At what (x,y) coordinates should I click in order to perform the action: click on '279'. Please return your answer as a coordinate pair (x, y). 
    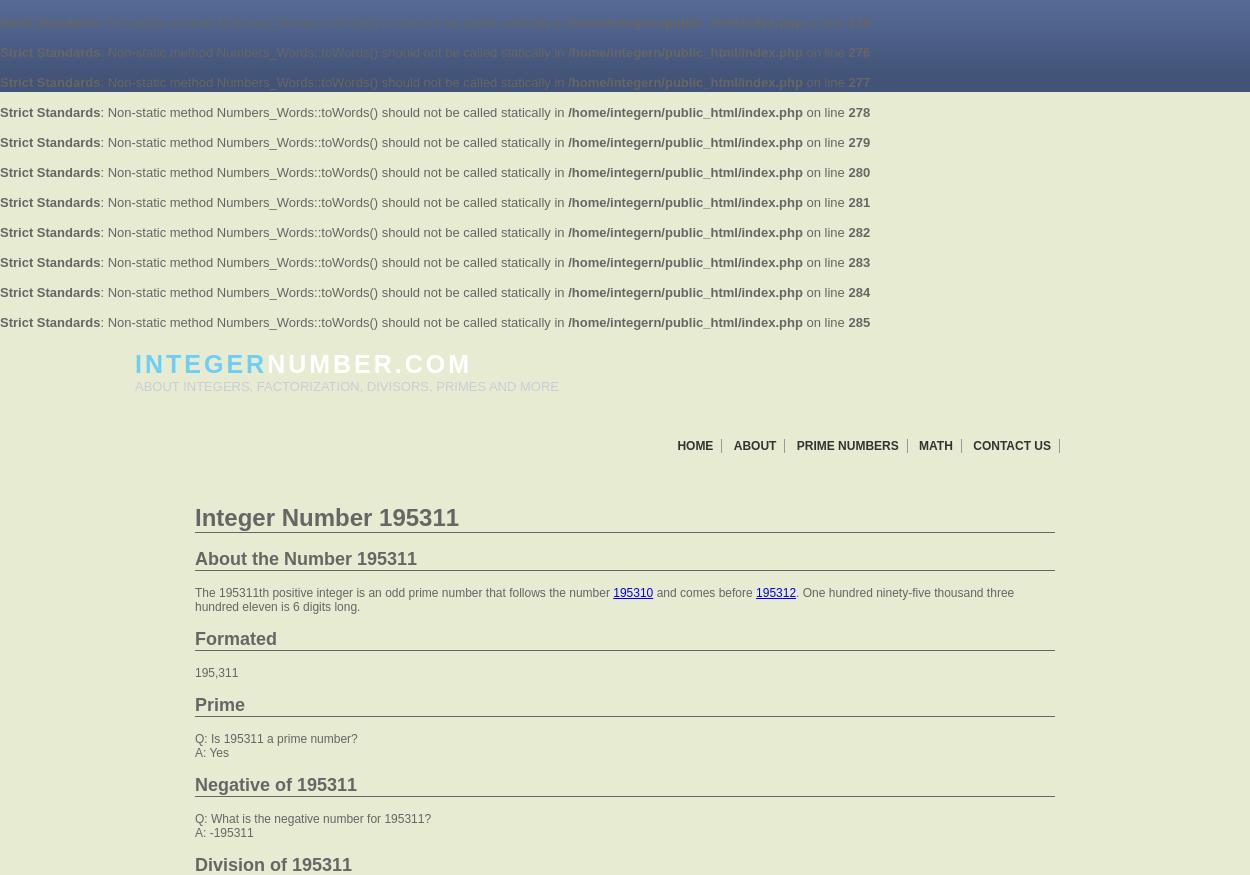
    Looking at the image, I should click on (858, 141).